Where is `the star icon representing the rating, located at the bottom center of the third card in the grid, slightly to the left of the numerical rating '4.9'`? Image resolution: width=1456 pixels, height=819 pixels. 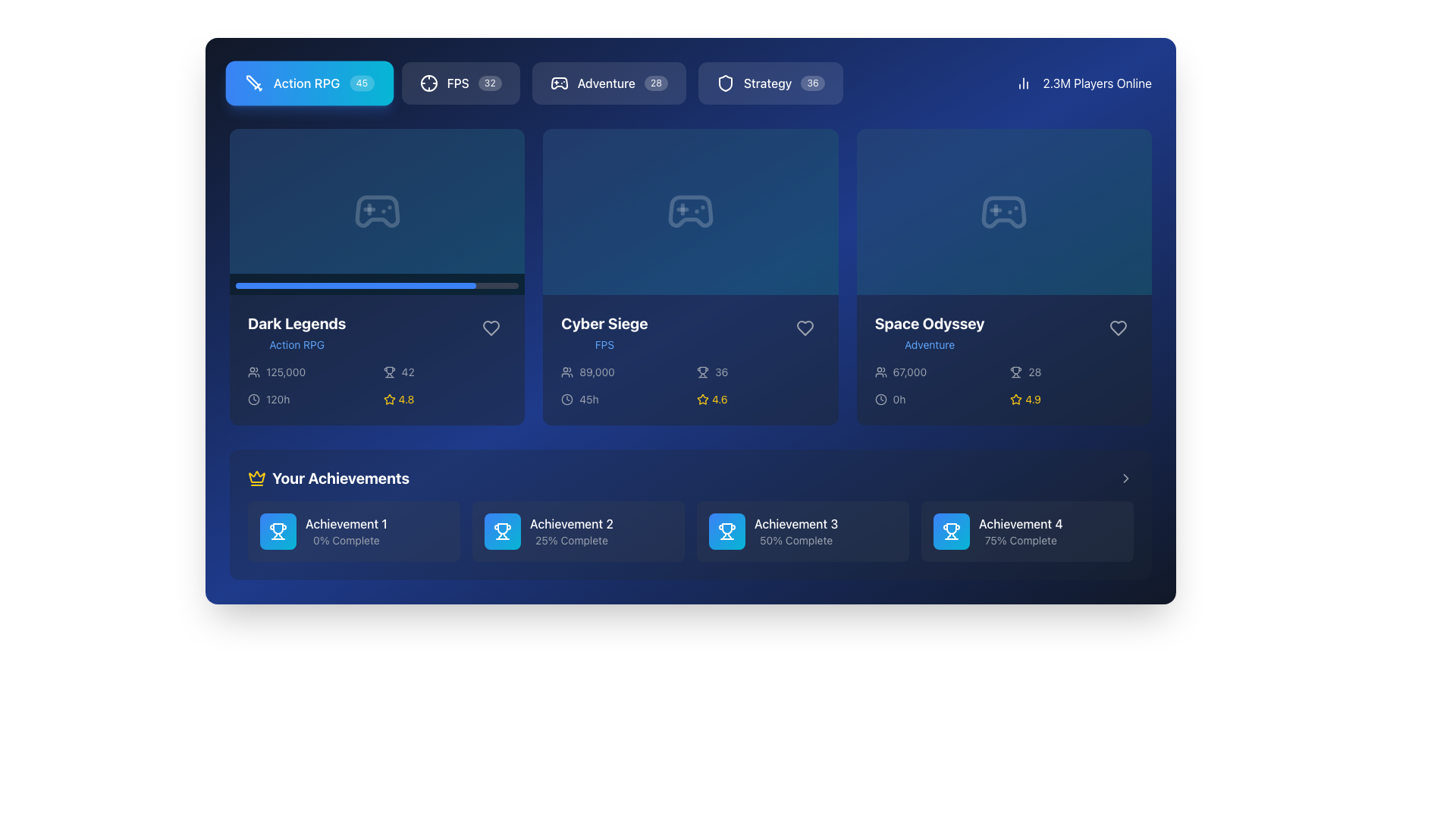
the star icon representing the rating, located at the bottom center of the third card in the grid, slightly to the left of the numerical rating '4.9' is located at coordinates (1016, 399).